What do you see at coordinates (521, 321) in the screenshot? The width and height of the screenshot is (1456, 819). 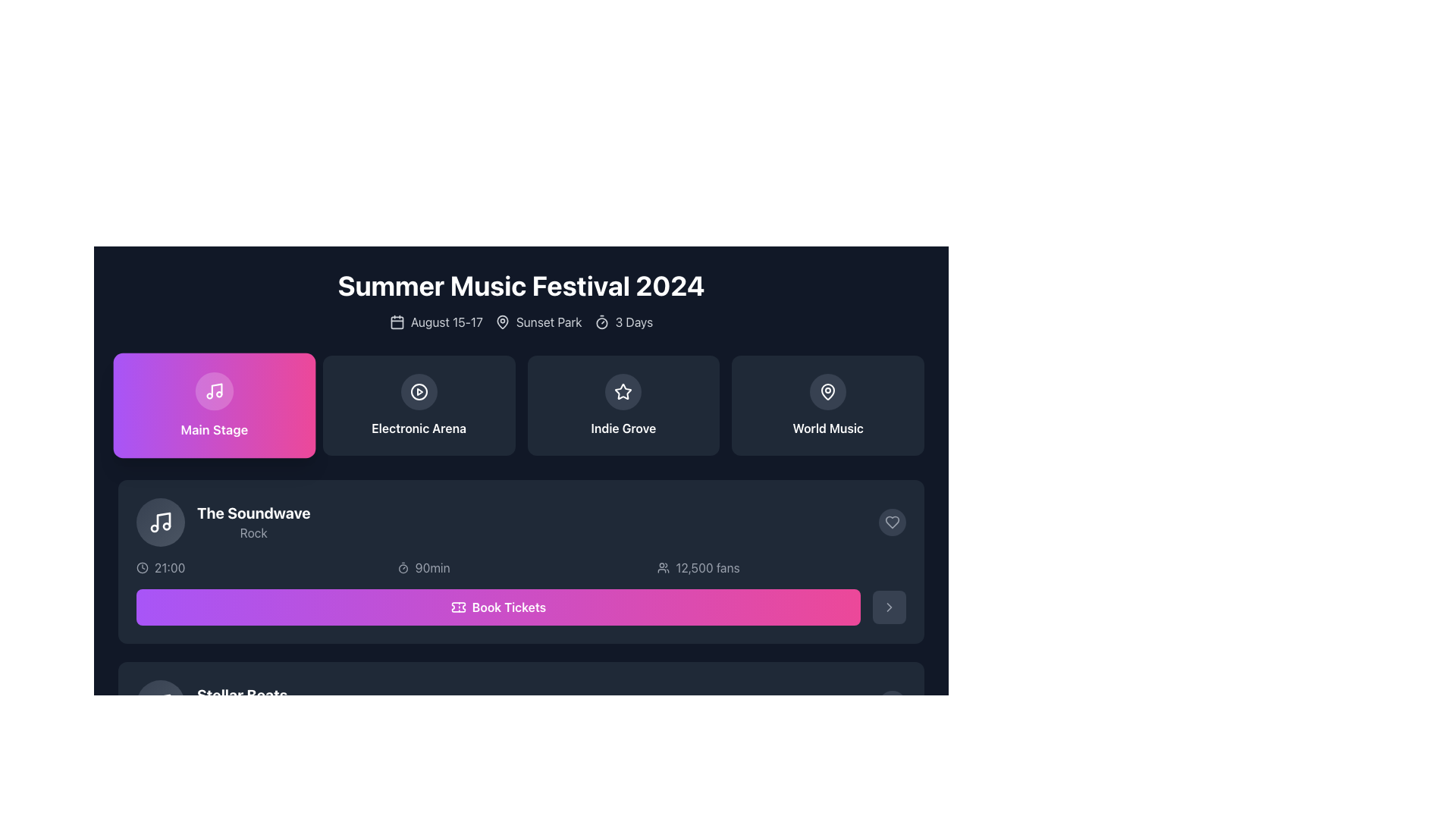 I see `the second section of the Text and icon grouping that provides essential details about the Summer Music Festival 2024 event` at bounding box center [521, 321].